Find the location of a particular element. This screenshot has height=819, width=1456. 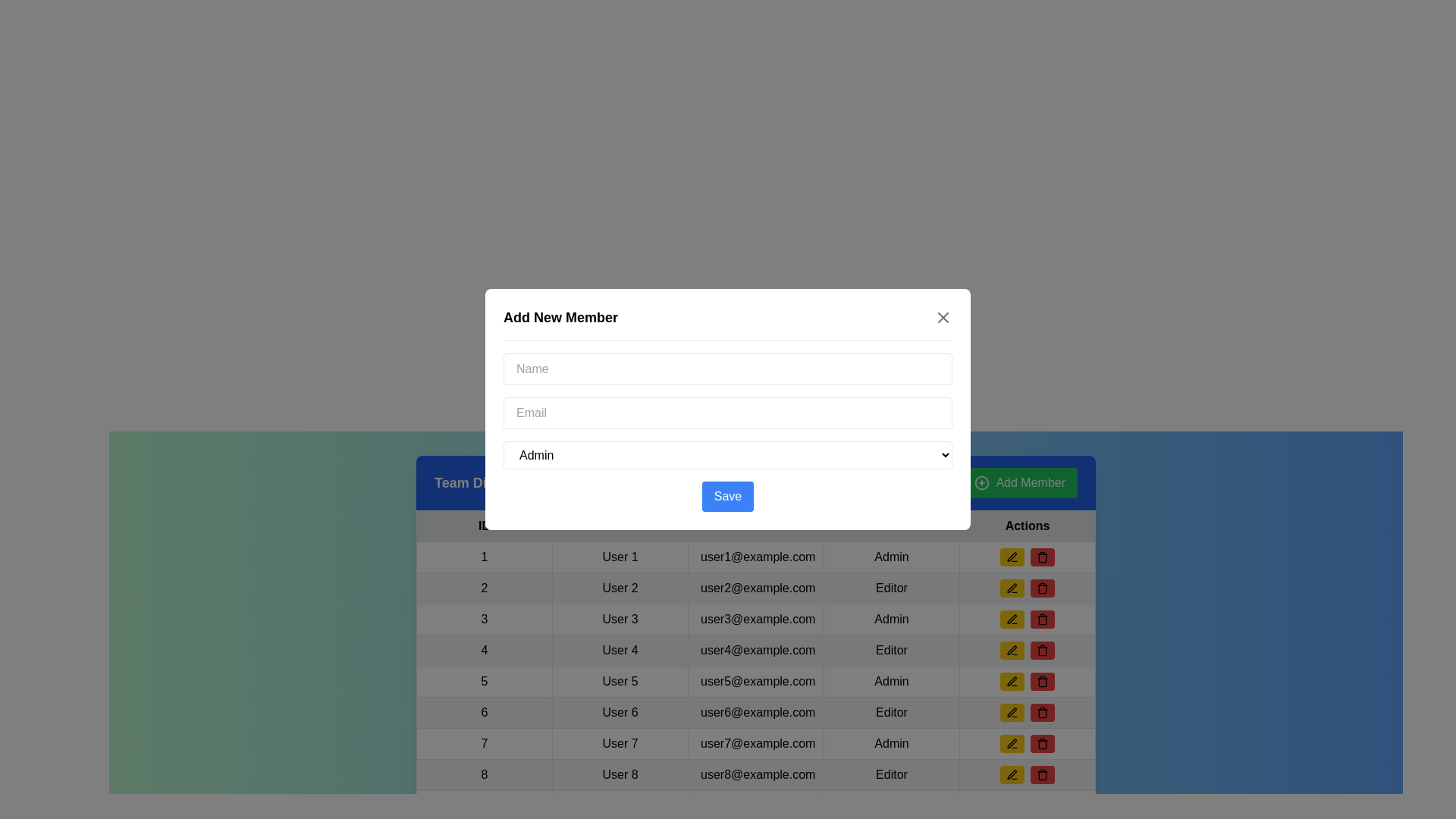

the yellow edit button located in the 'Actions' column of the fifth row in the table to initiate editing is located at coordinates (1027, 680).